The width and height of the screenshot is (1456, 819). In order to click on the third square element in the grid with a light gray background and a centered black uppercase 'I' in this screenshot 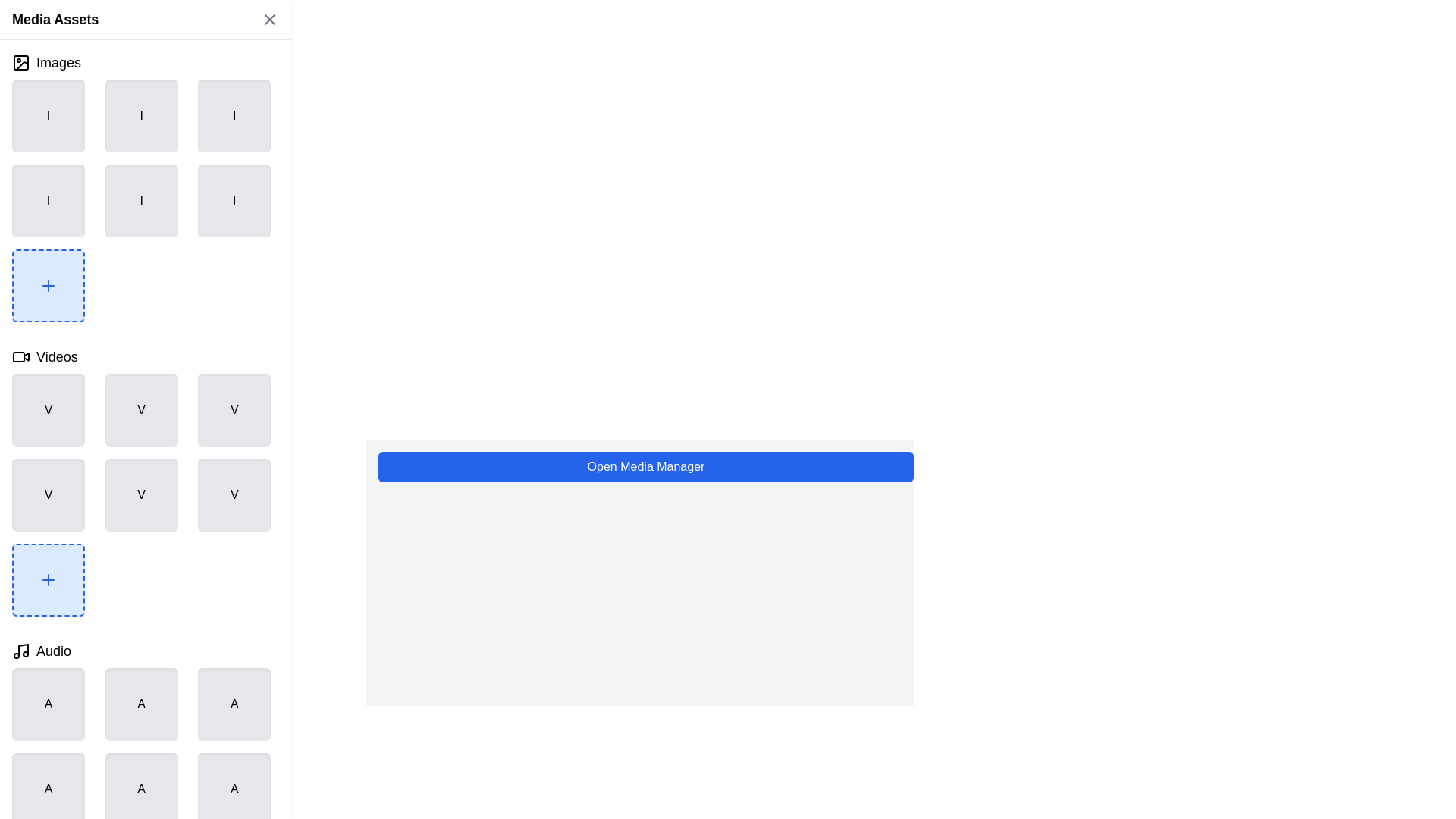, I will do `click(234, 115)`.